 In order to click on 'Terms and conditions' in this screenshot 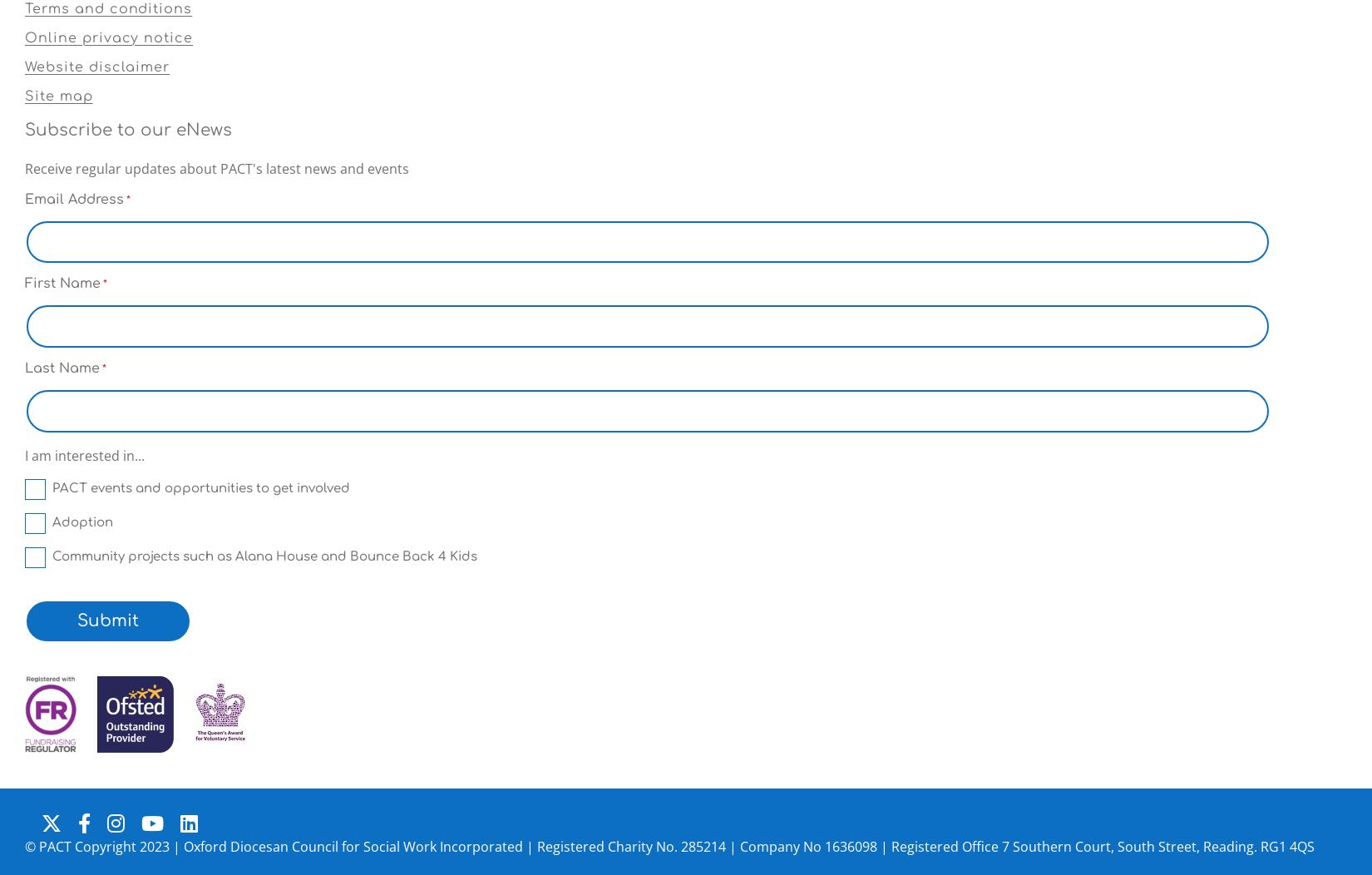, I will do `click(108, 7)`.